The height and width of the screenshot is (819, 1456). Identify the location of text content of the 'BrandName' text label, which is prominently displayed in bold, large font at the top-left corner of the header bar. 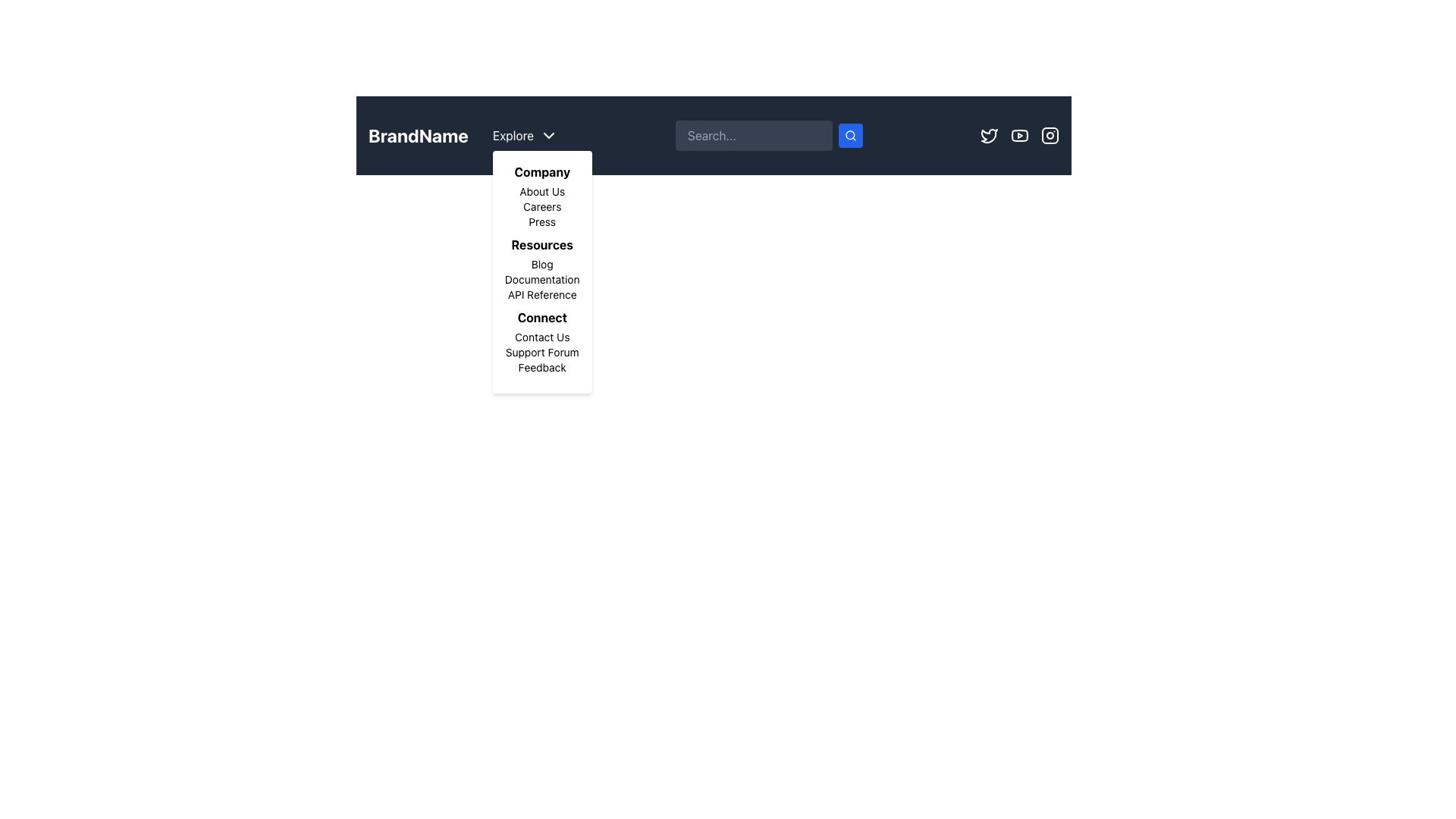
(419, 134).